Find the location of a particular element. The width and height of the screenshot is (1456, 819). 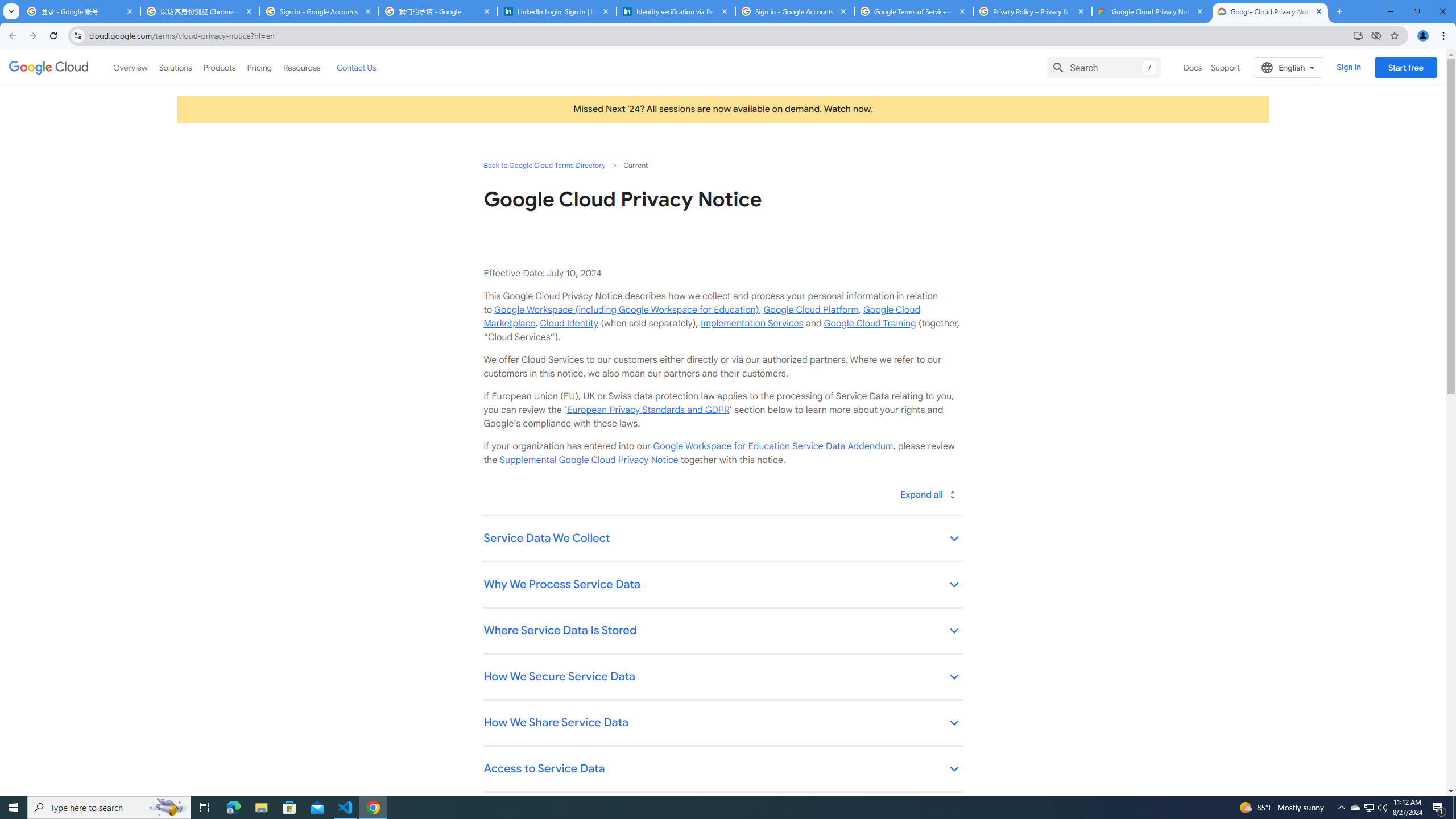

'Products' is located at coordinates (218, 67).